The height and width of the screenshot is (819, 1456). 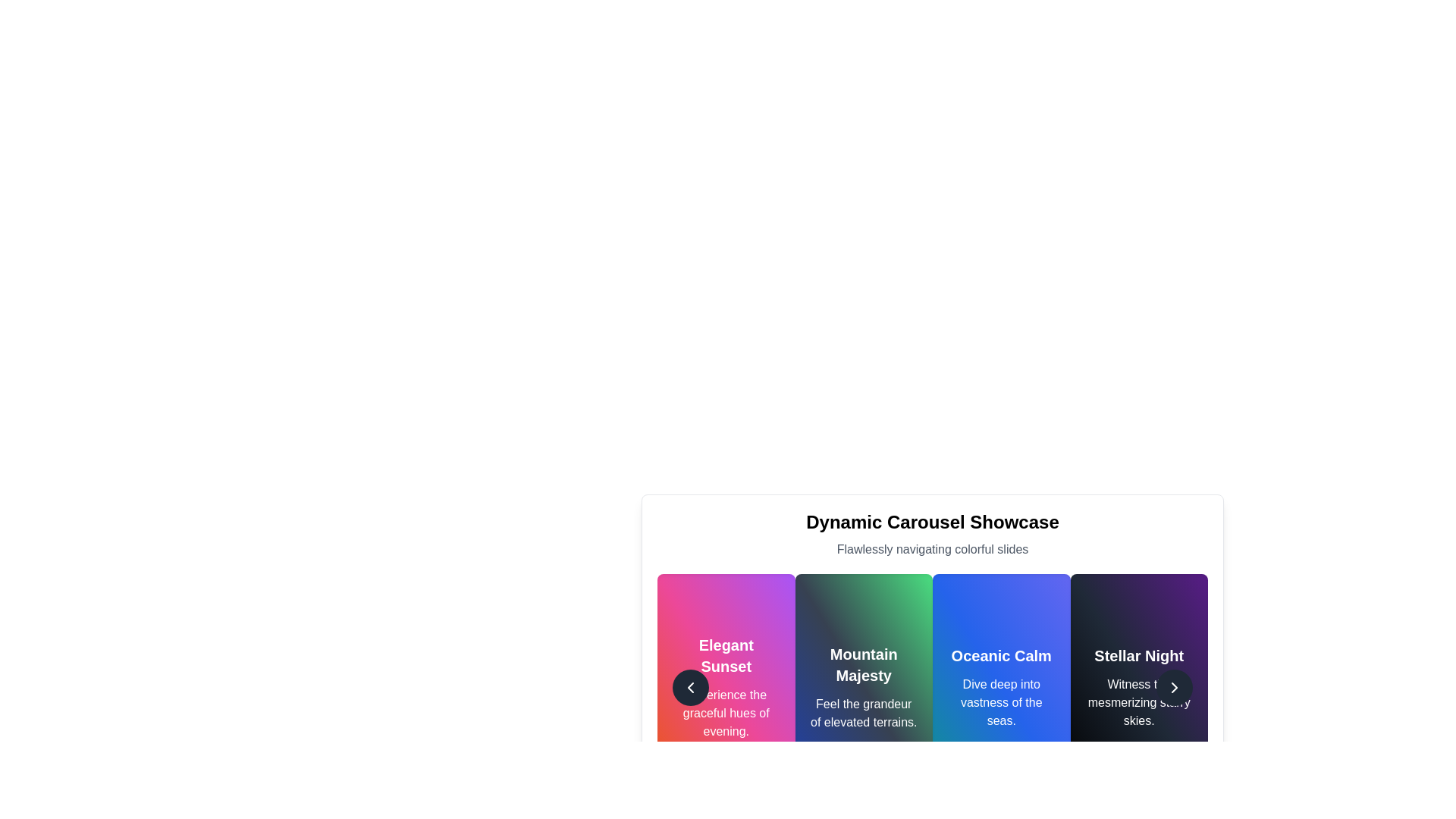 I want to click on title text label located at the top-center of the rightmost card in the 'Dynamic Carousel Showcase' section, which summarizes the card's content, so click(x=1139, y=654).